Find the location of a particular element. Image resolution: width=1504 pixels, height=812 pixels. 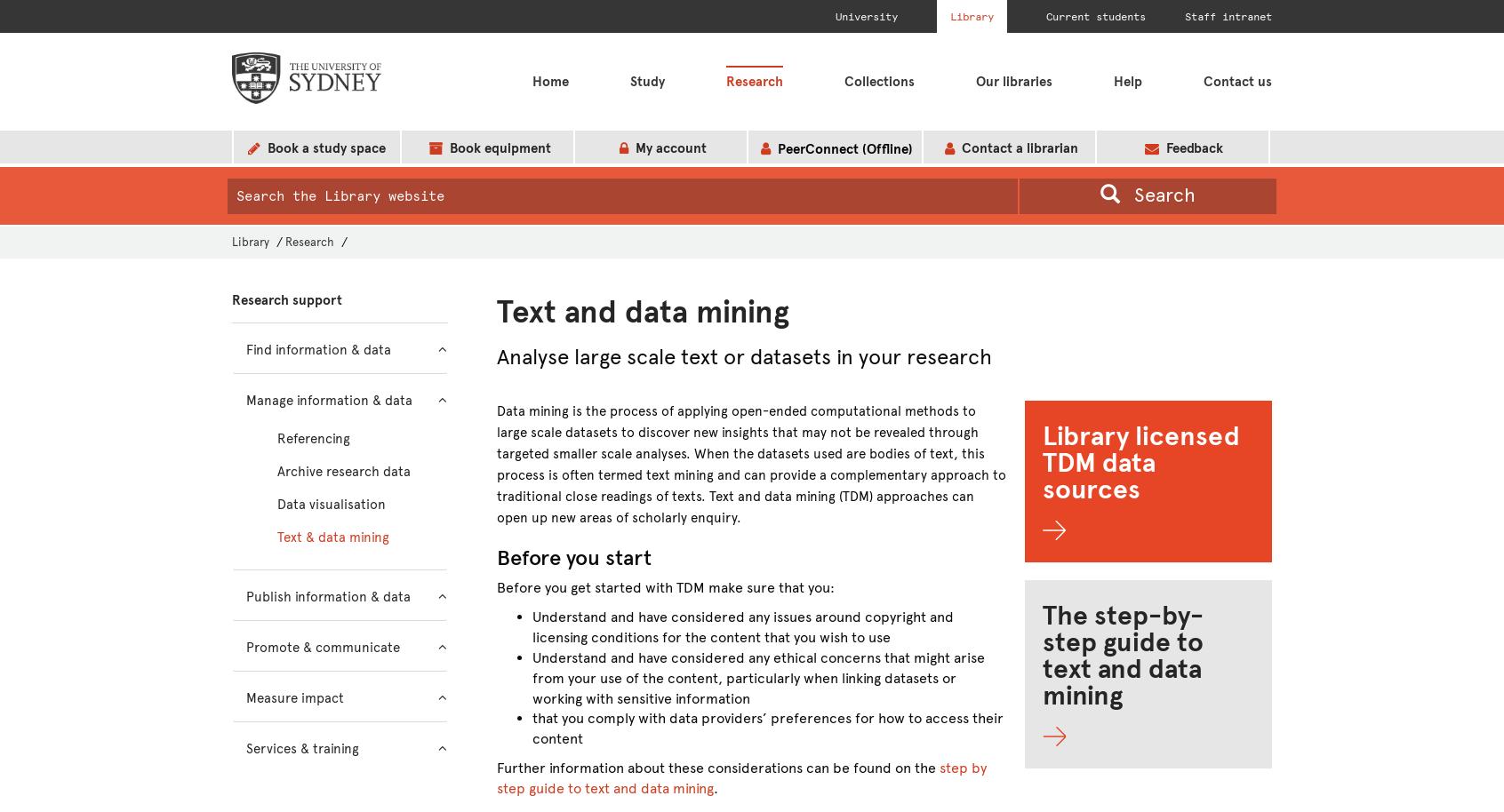

'Measure impact' is located at coordinates (245, 697).